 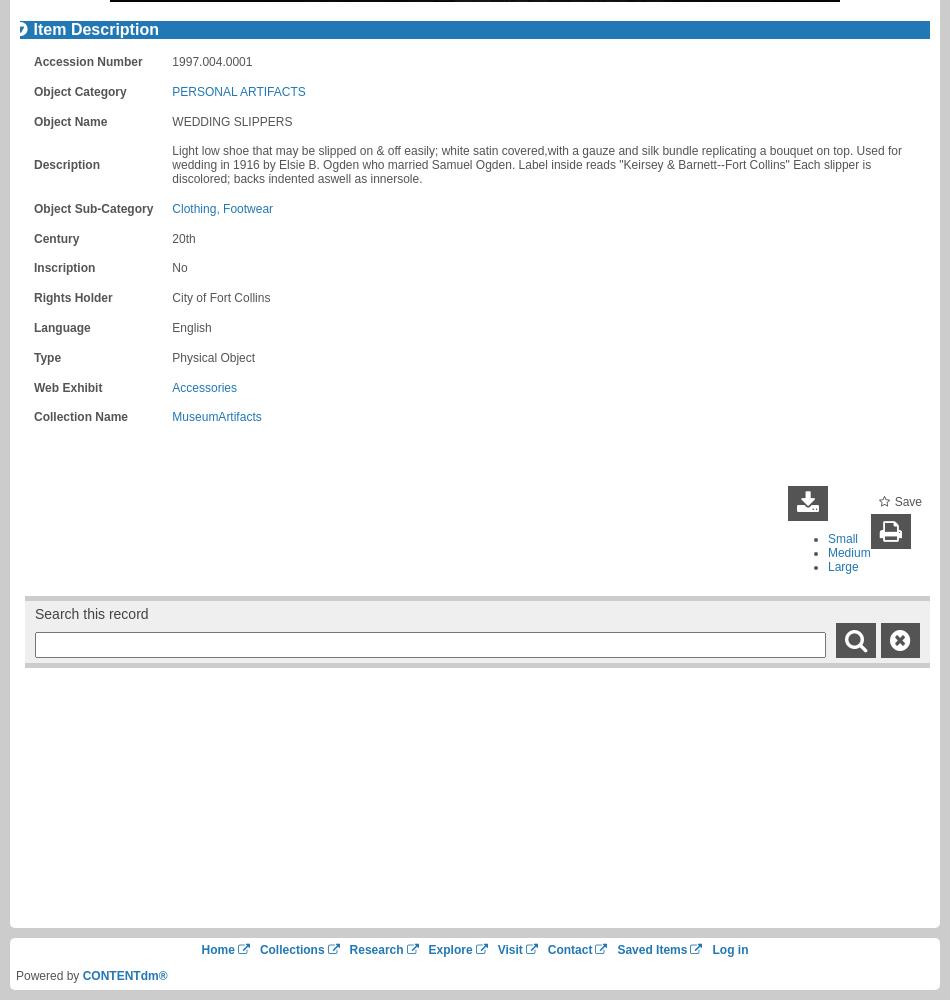 I want to click on 'Collection Name', so click(x=81, y=417).